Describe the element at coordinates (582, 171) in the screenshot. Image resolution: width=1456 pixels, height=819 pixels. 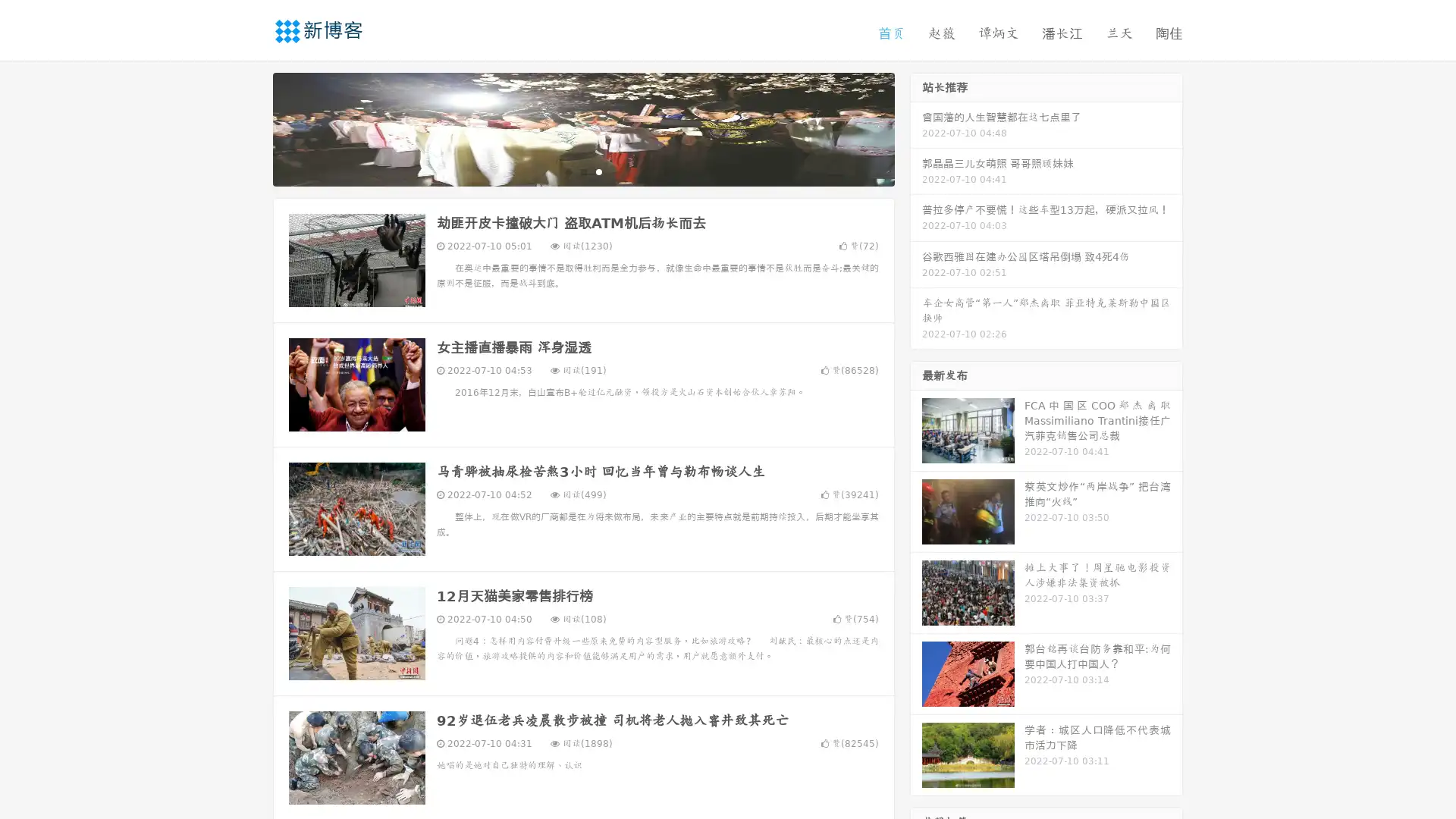
I see `Go to slide 2` at that location.